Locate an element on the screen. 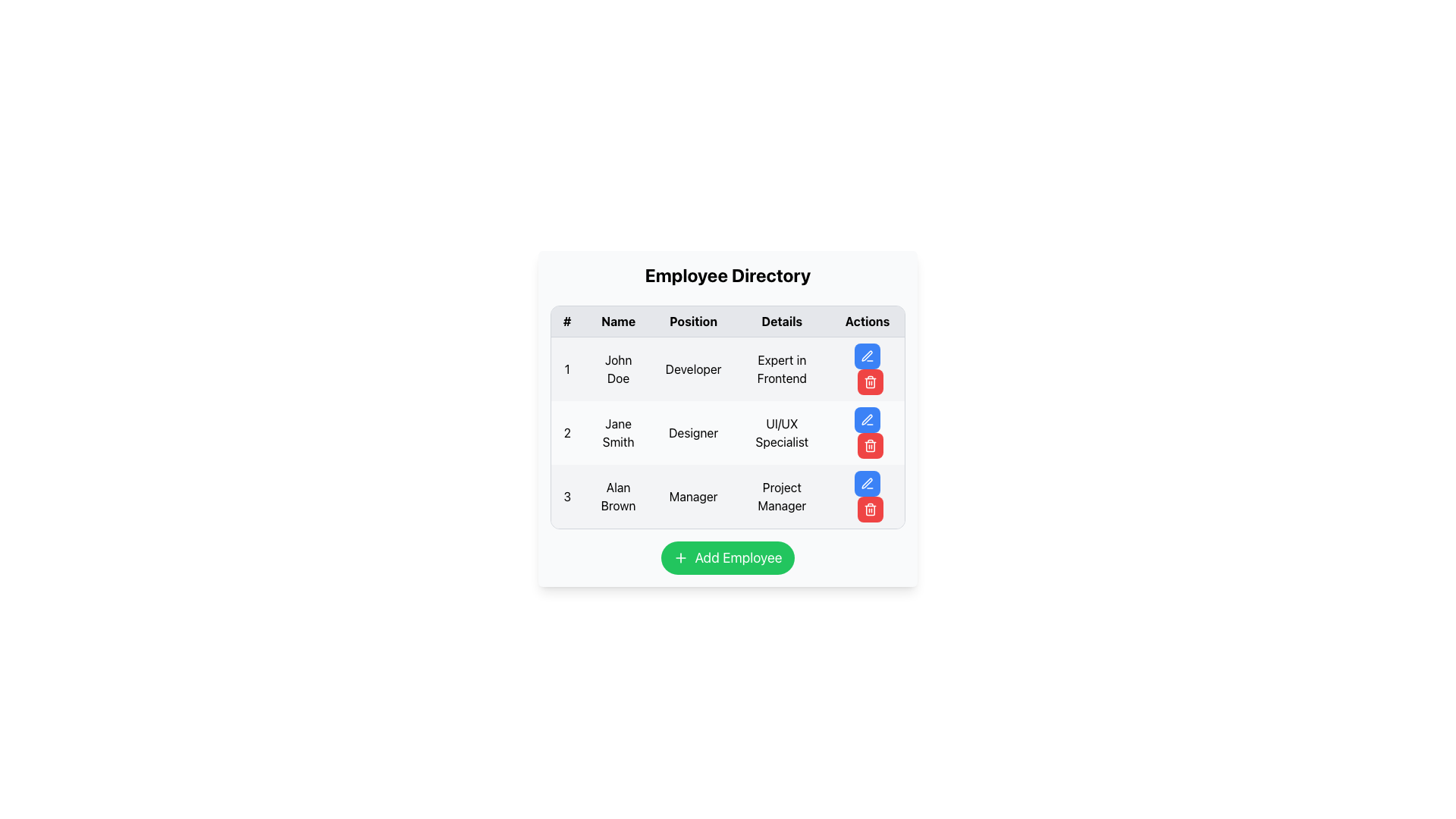 Image resolution: width=1456 pixels, height=819 pixels. the edit button in the third row of the Actions column of the table, which has a pen icon indicating editing functionality is located at coordinates (868, 483).